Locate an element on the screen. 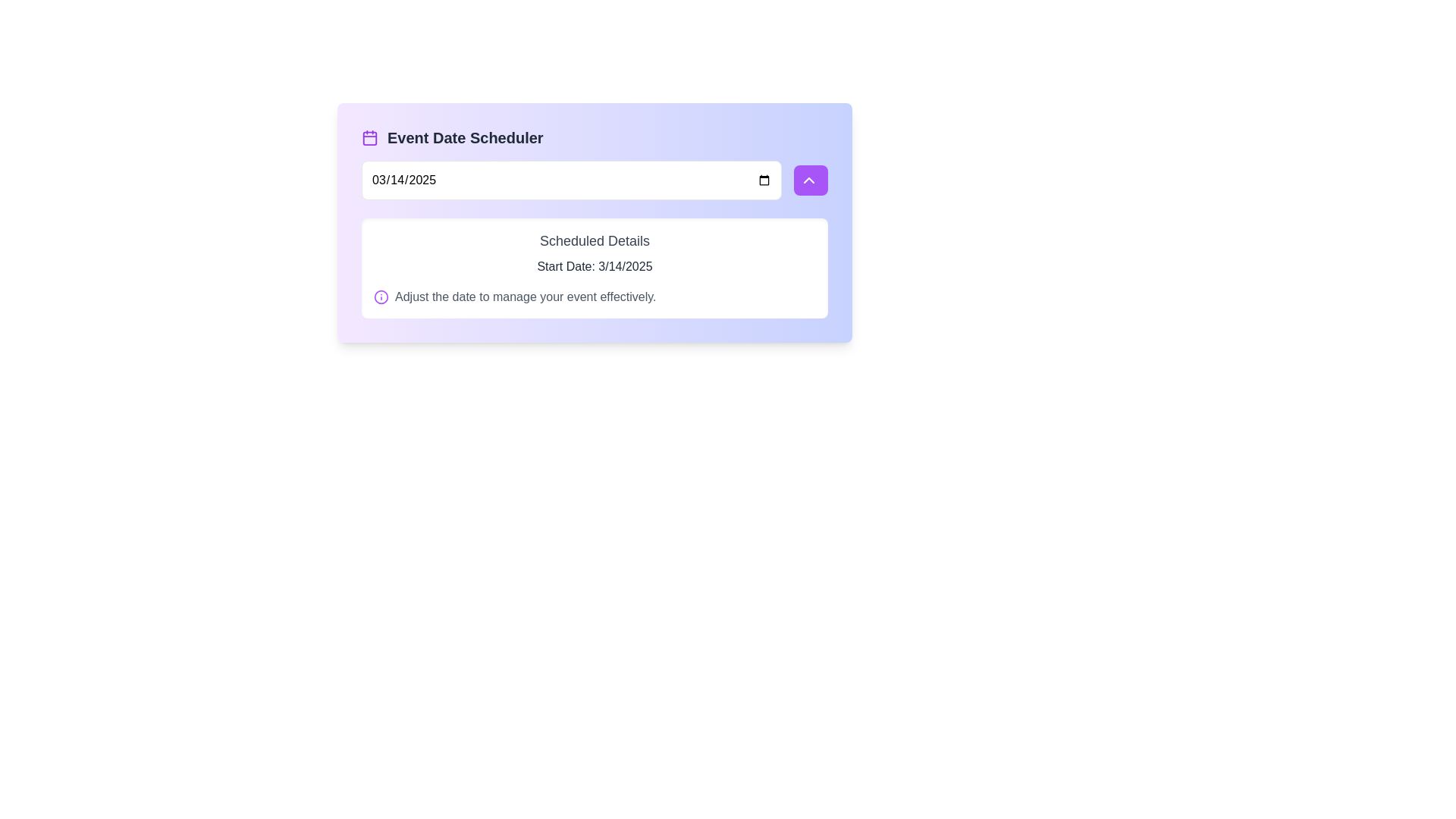  the Text label at the top of the card-like interface, which serves as a title or heading, located to the right of a purple calendar icon is located at coordinates (464, 137).